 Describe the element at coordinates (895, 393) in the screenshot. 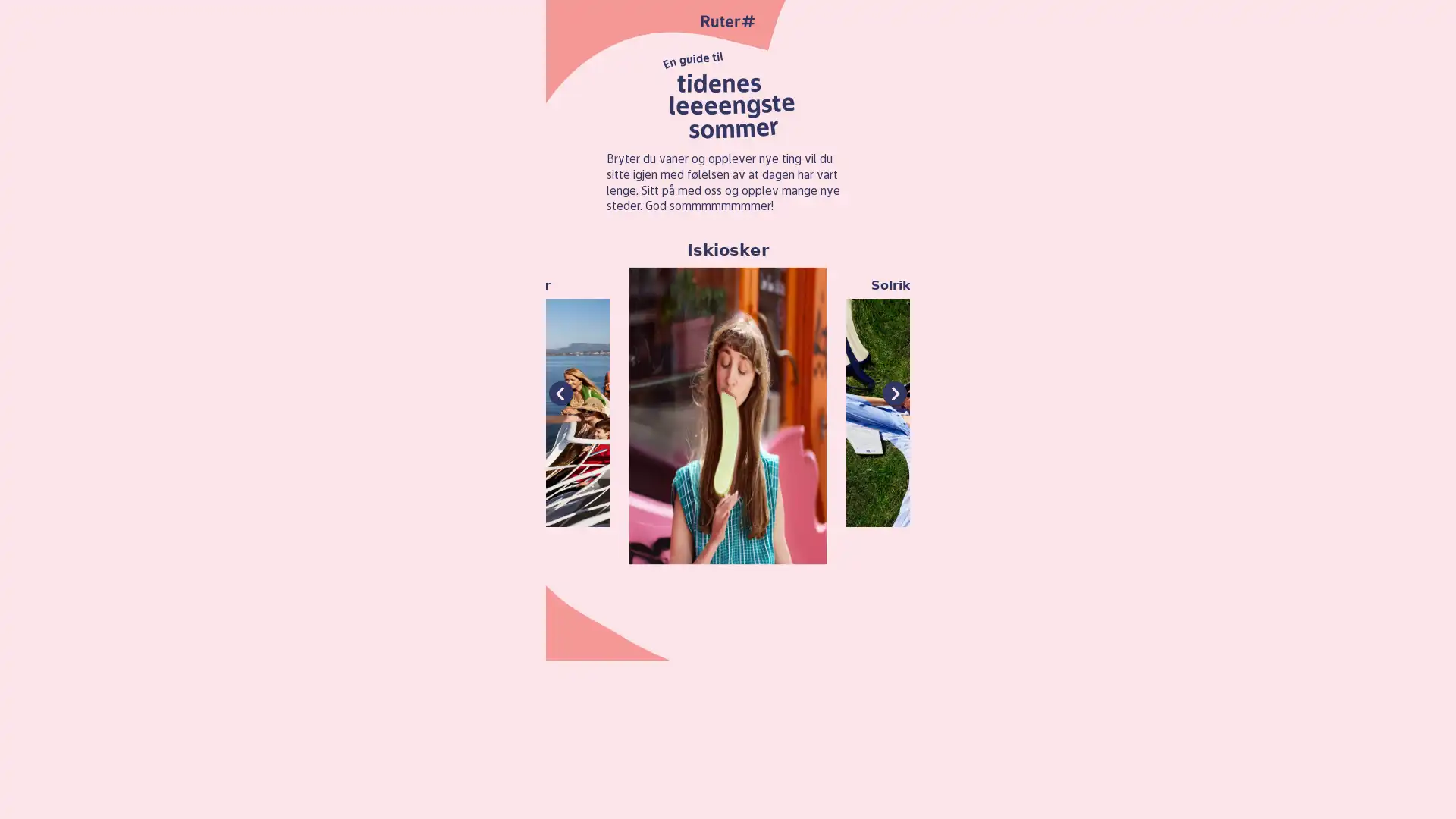

I see `next` at that location.